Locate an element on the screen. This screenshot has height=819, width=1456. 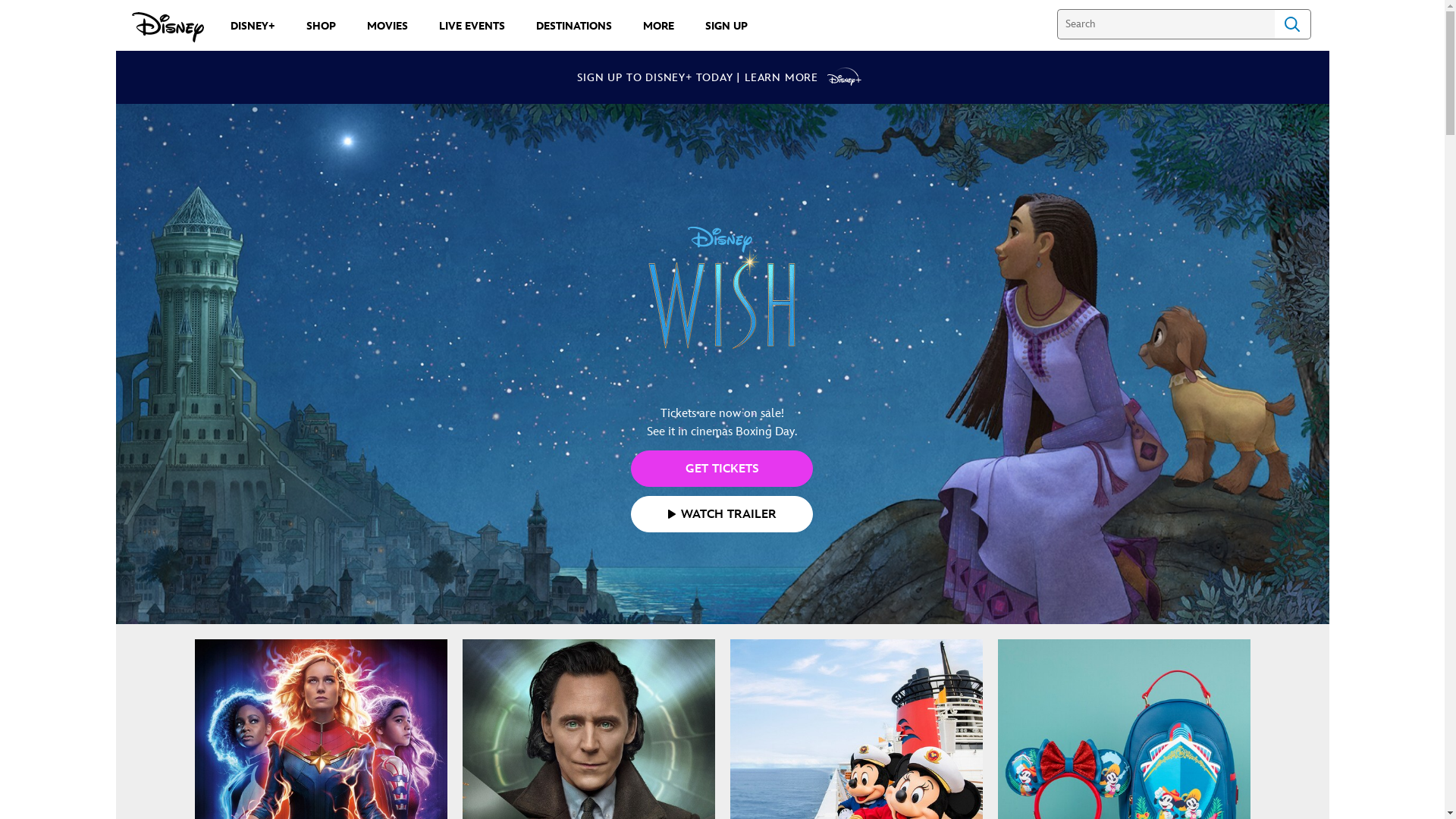
'SIGN UP TO DISNEY+ TODAY | LEARN MORE' is located at coordinates (720, 77).